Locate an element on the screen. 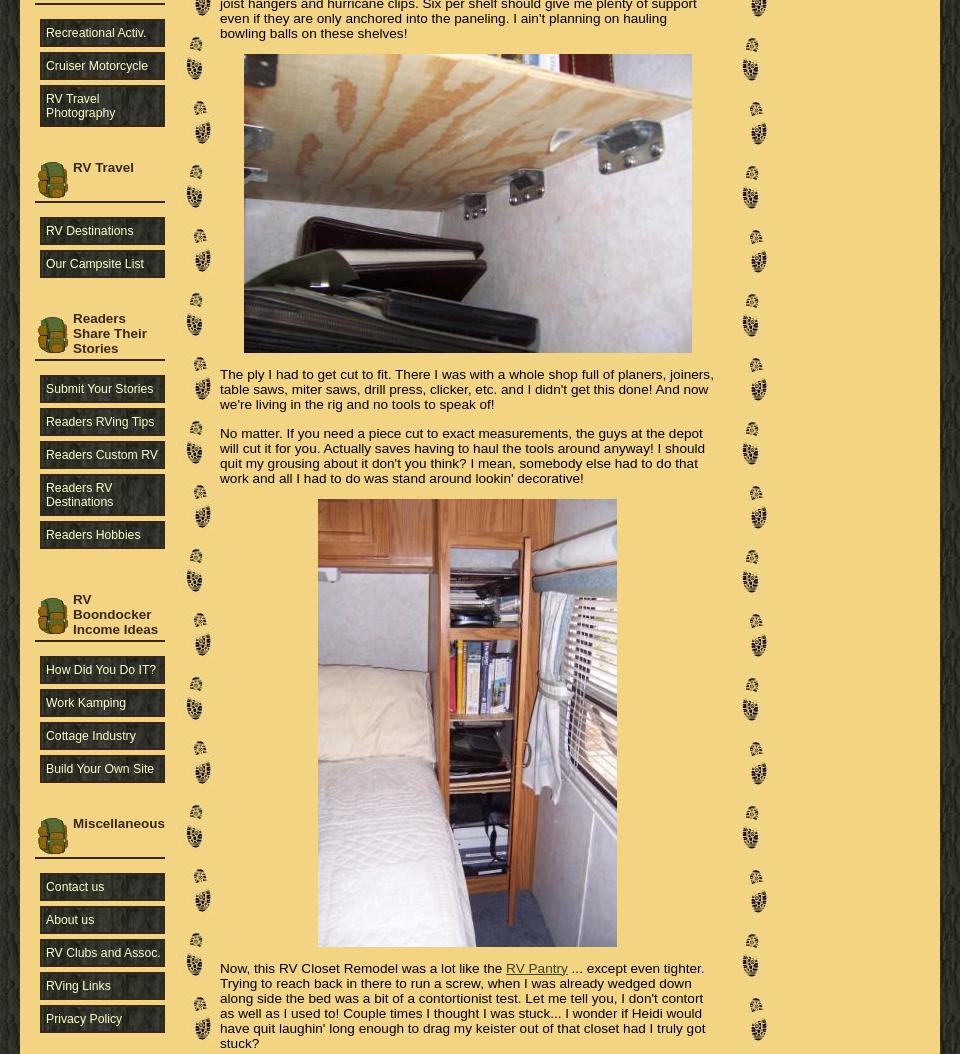 The width and height of the screenshot is (960, 1054). 'Cottage Industry' is located at coordinates (44, 733).